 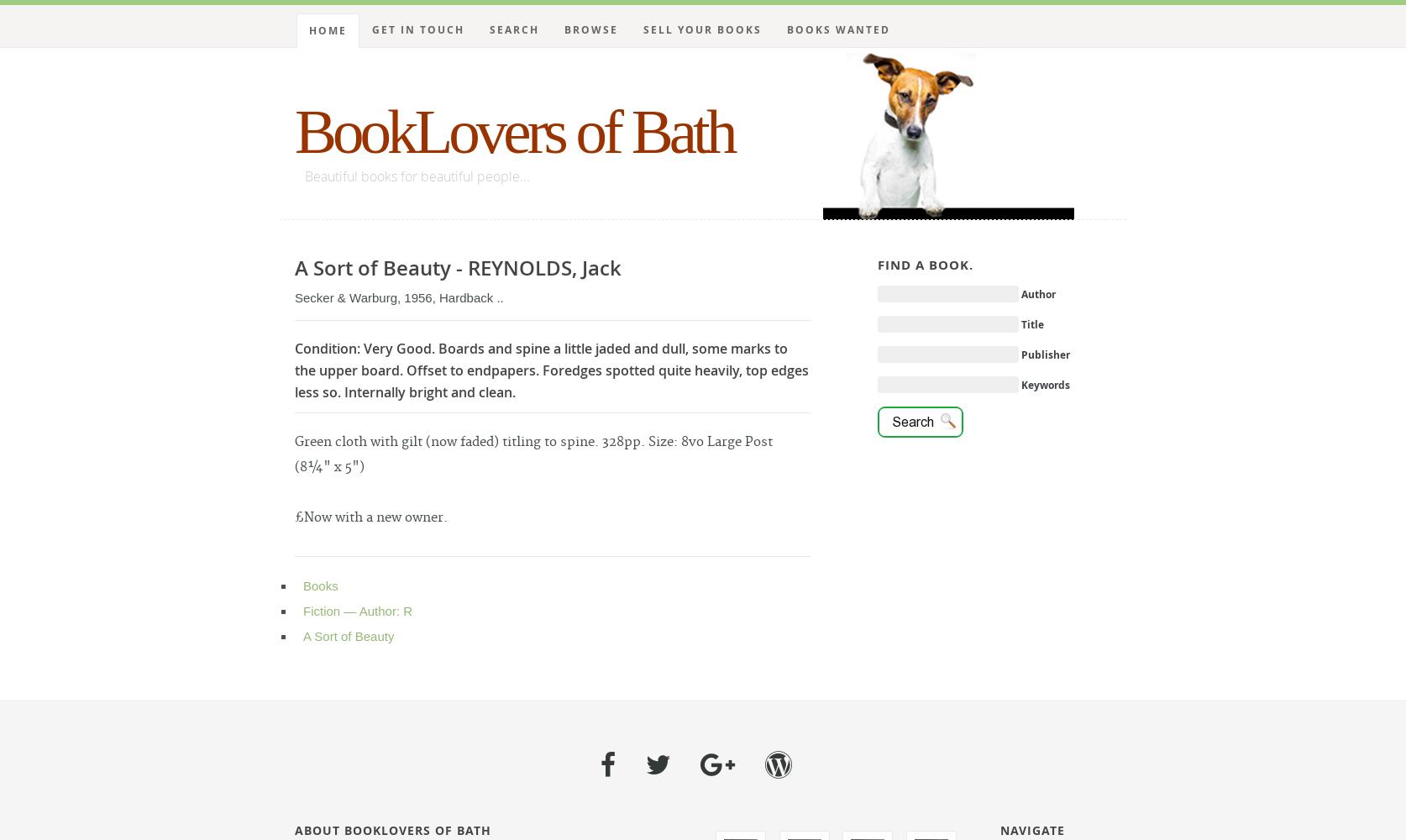 What do you see at coordinates (370, 517) in the screenshot?
I see `'£Now with a new owner.'` at bounding box center [370, 517].